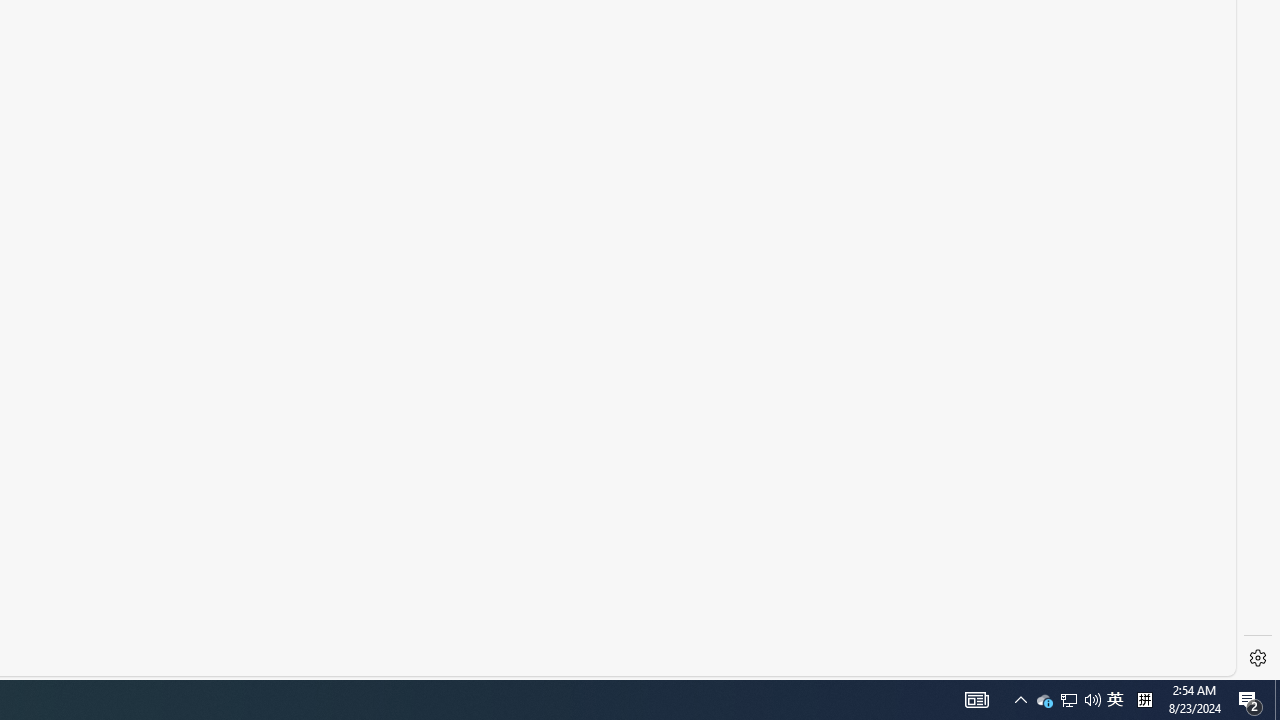 The image size is (1280, 720). I want to click on 'Action Center, 2 new notifications', so click(1250, 698).